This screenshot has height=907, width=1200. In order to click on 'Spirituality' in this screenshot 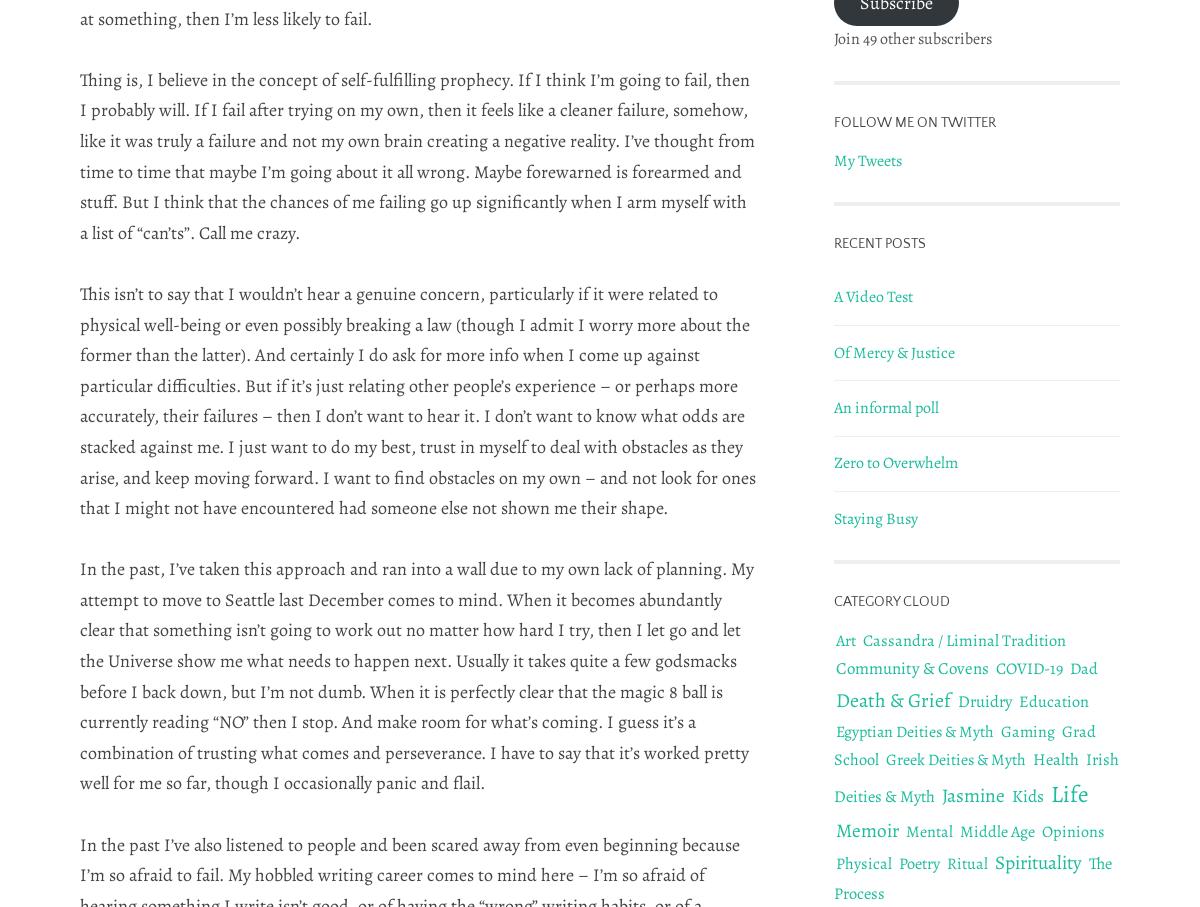, I will do `click(1038, 861)`.